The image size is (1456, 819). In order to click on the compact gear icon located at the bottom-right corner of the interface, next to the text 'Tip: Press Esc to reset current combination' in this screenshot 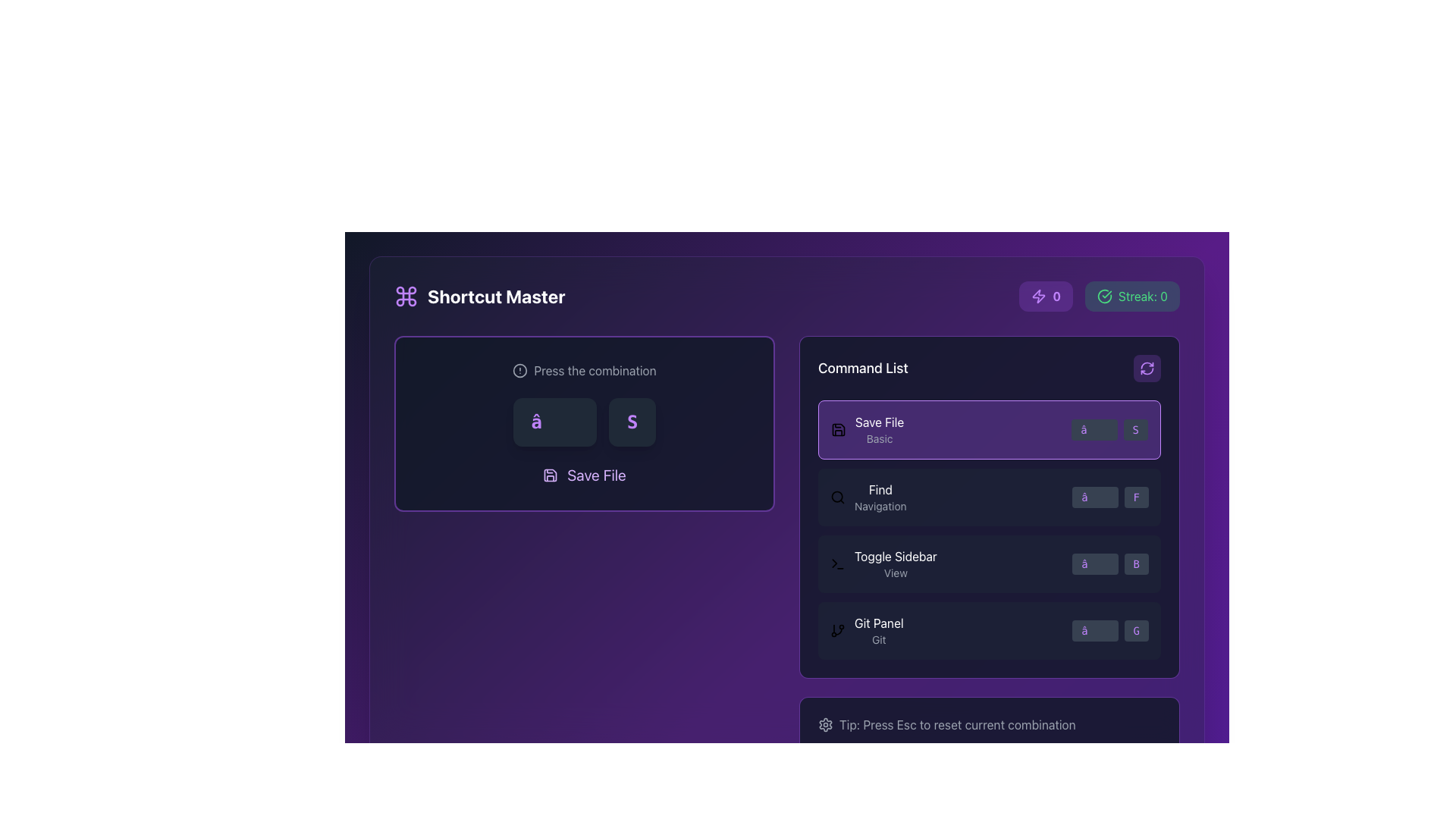, I will do `click(825, 724)`.